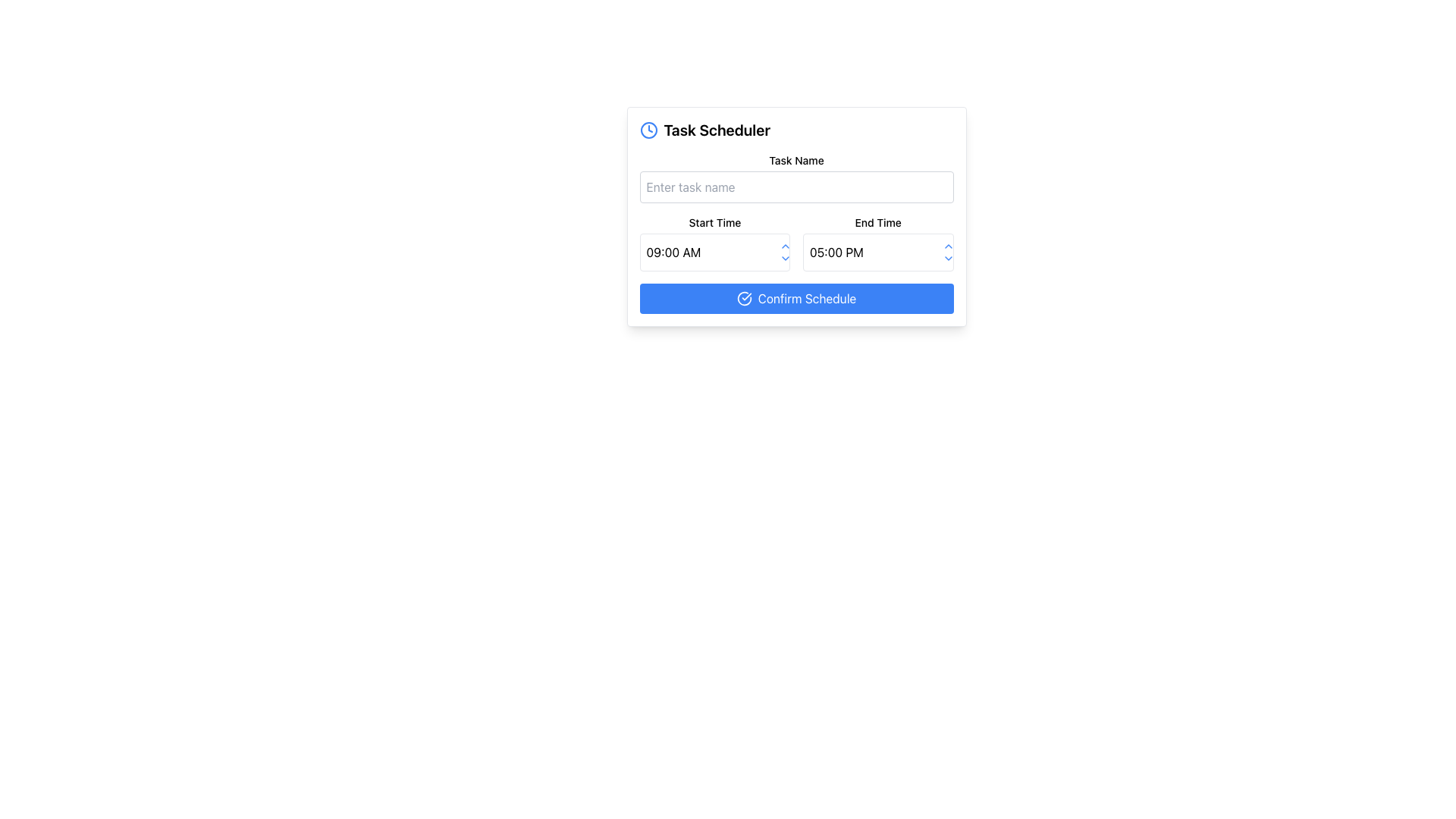  I want to click on the Dropdown Trigger Icon located in the bottom-right corner of the card interface, so click(947, 257).